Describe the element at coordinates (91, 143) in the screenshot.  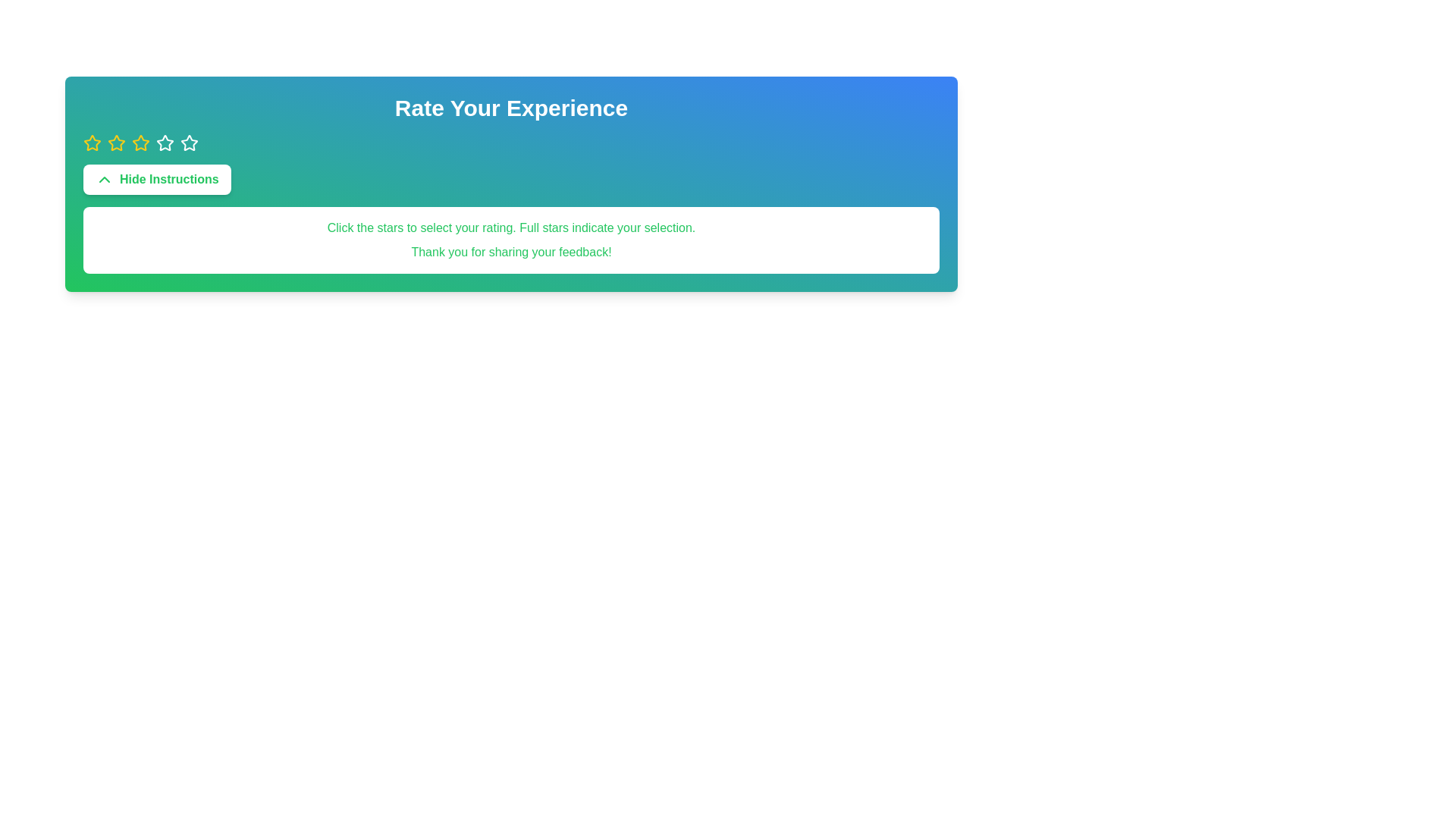
I see `the first interactive star icon in the rating system, located at the top-left corner of the card-like area` at that location.